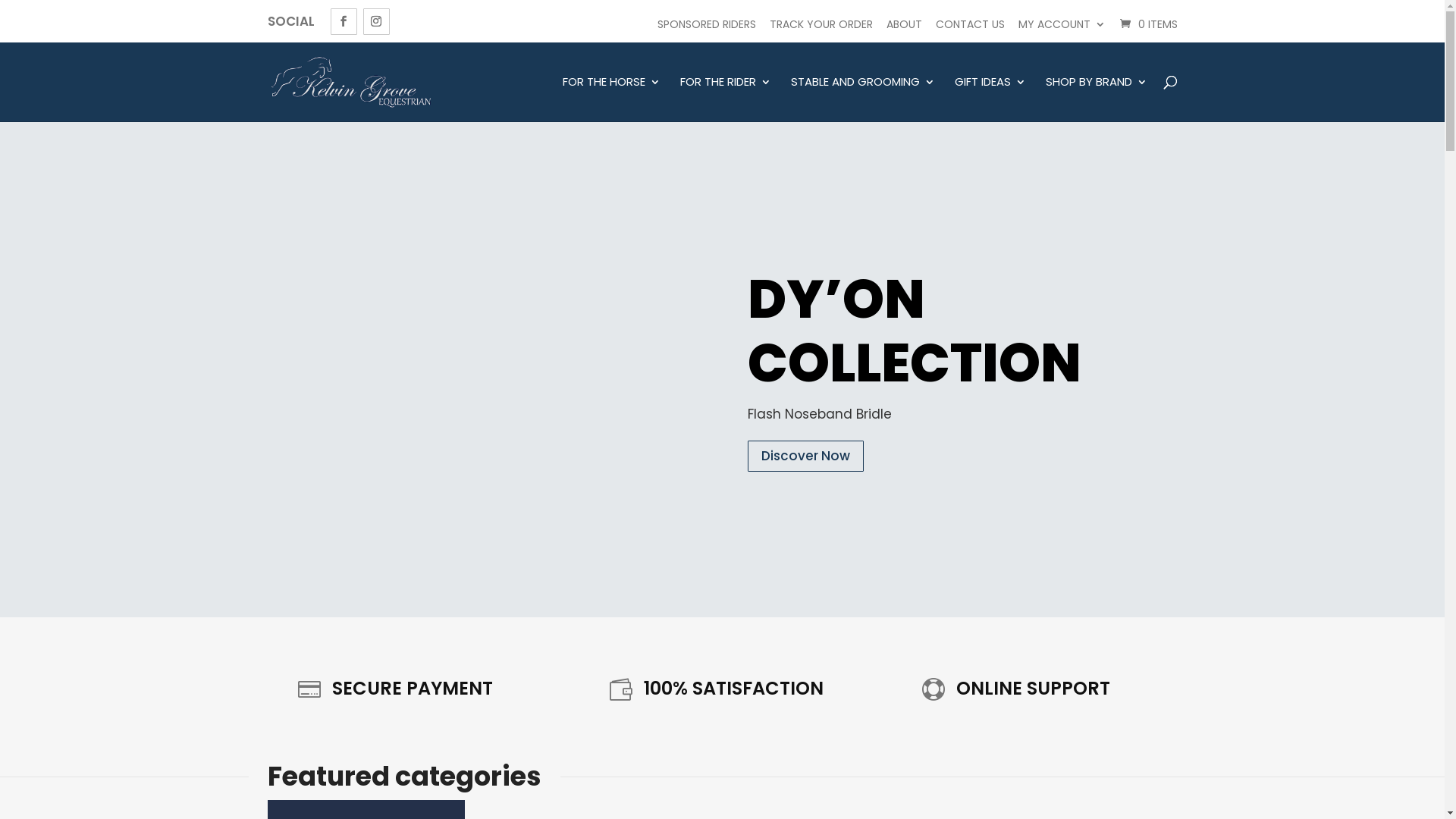  Describe the element at coordinates (611, 99) in the screenshot. I see `'FOR THE HORSE'` at that location.